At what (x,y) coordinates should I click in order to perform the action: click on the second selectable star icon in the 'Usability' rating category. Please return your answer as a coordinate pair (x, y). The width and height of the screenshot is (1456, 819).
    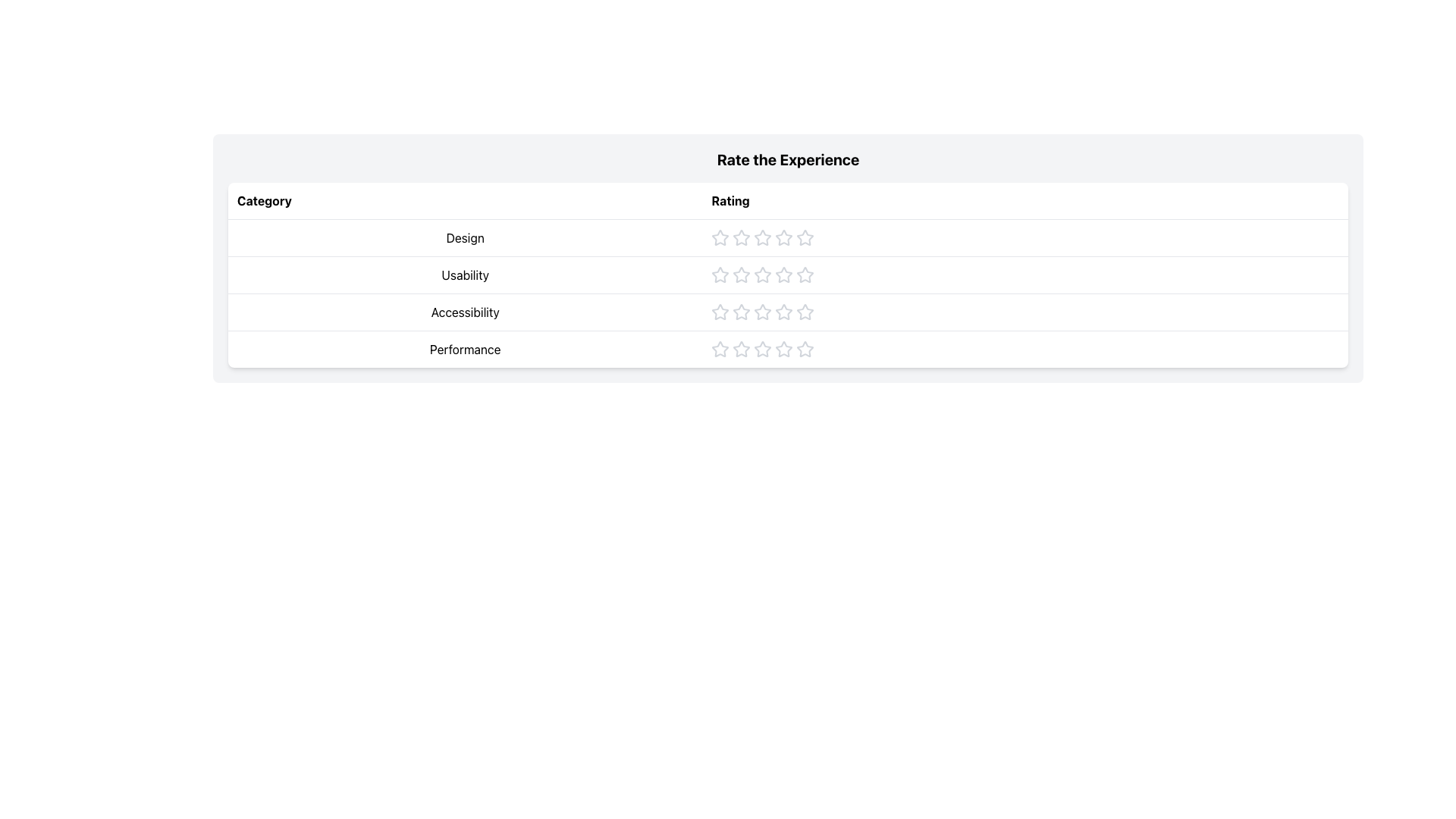
    Looking at the image, I should click on (742, 275).